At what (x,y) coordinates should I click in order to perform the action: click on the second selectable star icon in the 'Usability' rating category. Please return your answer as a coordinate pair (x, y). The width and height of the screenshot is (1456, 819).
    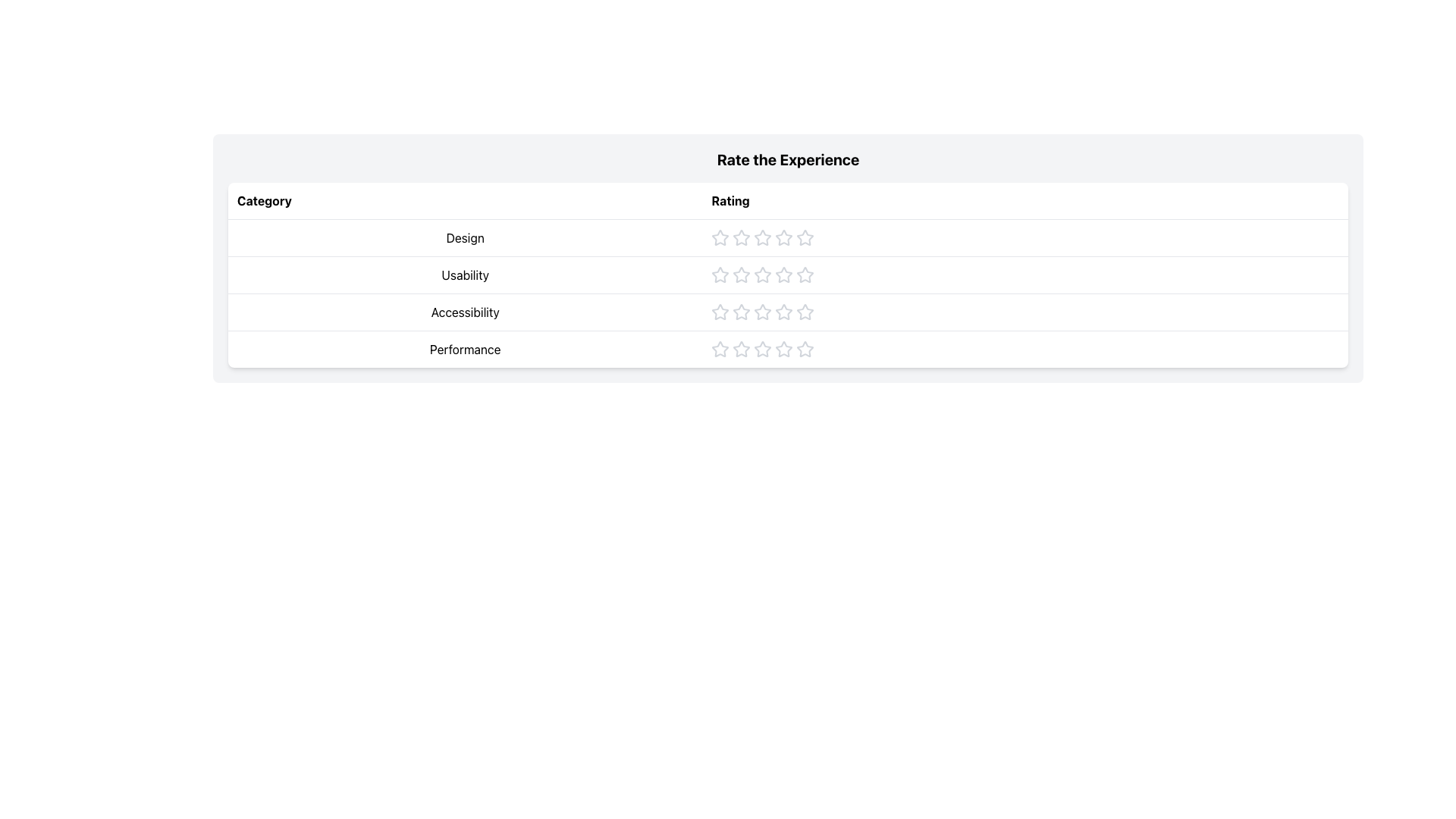
    Looking at the image, I should click on (742, 275).